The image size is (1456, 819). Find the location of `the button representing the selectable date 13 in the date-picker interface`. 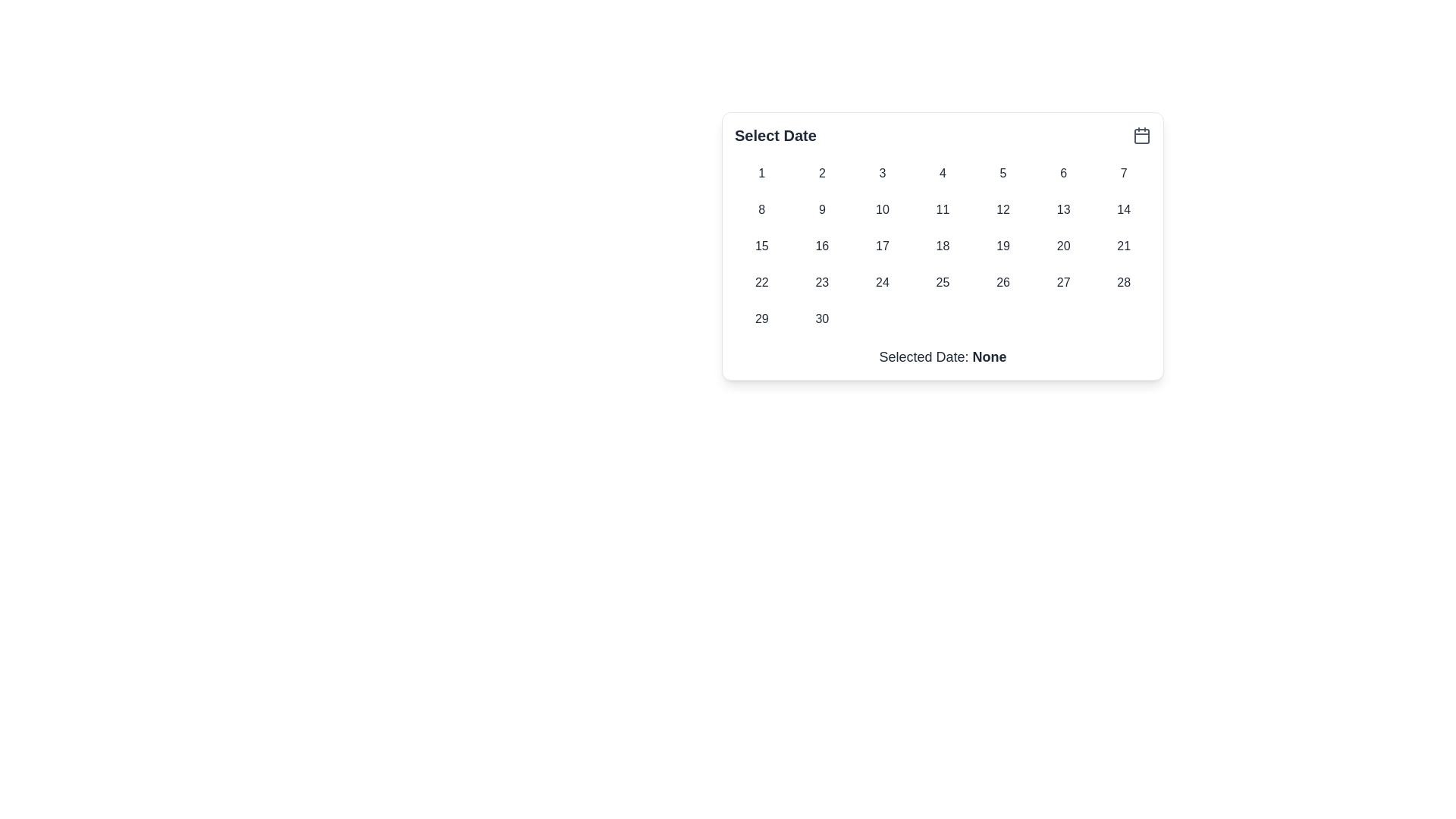

the button representing the selectable date 13 in the date-picker interface is located at coordinates (1062, 210).